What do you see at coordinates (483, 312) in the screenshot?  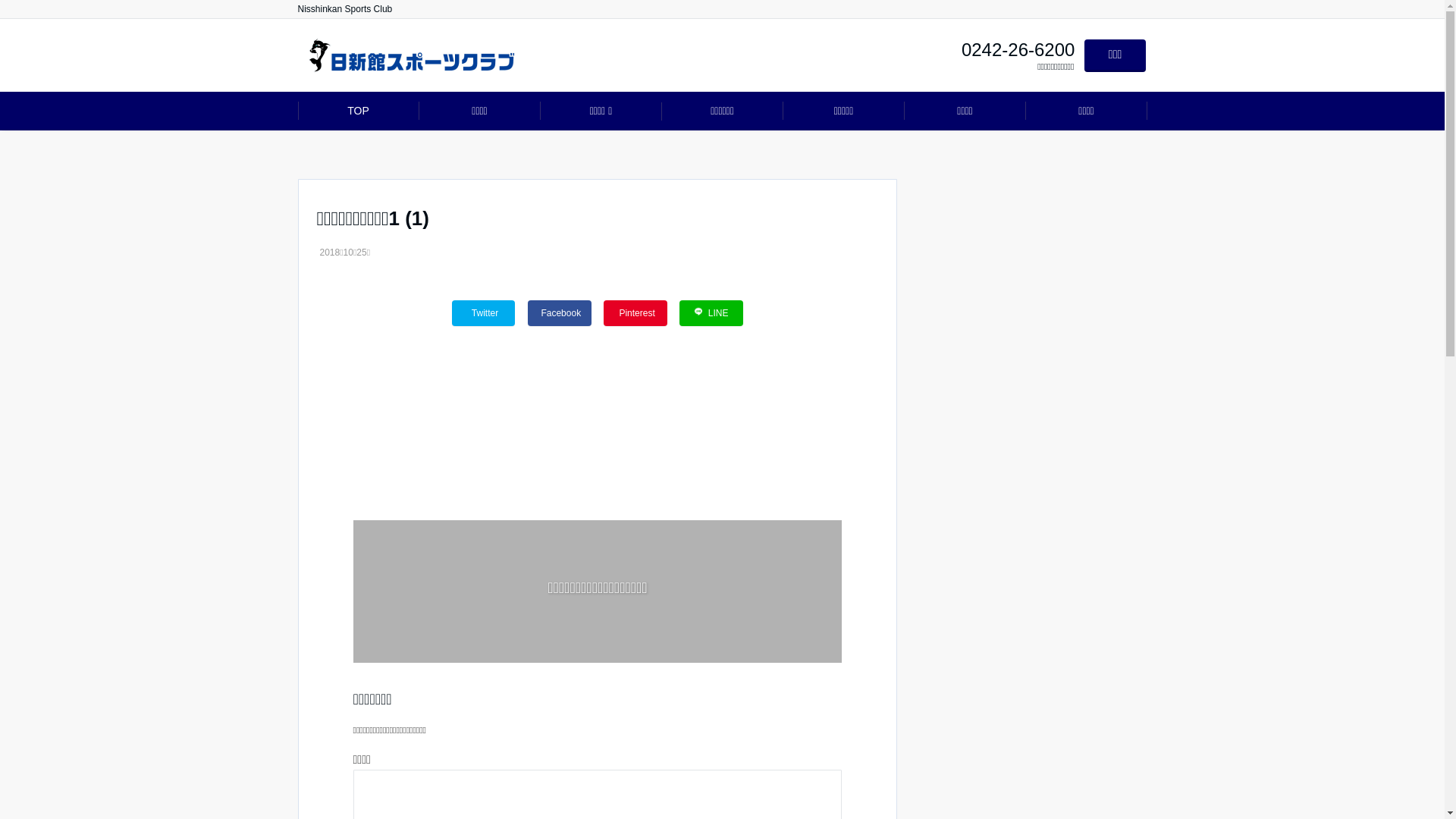 I see `'Twitter'` at bounding box center [483, 312].